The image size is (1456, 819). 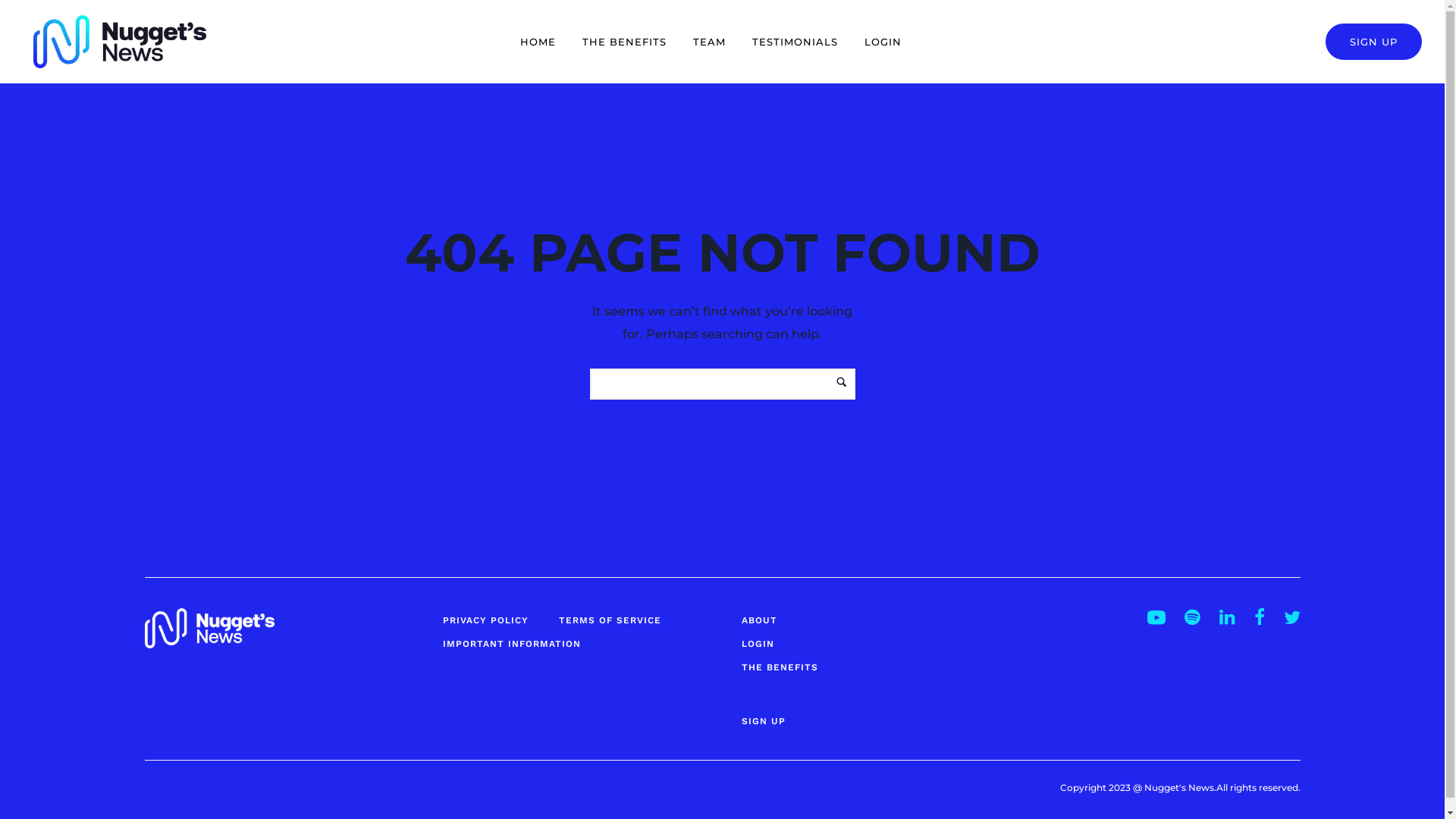 I want to click on 'ABOUT', so click(x=742, y=620).